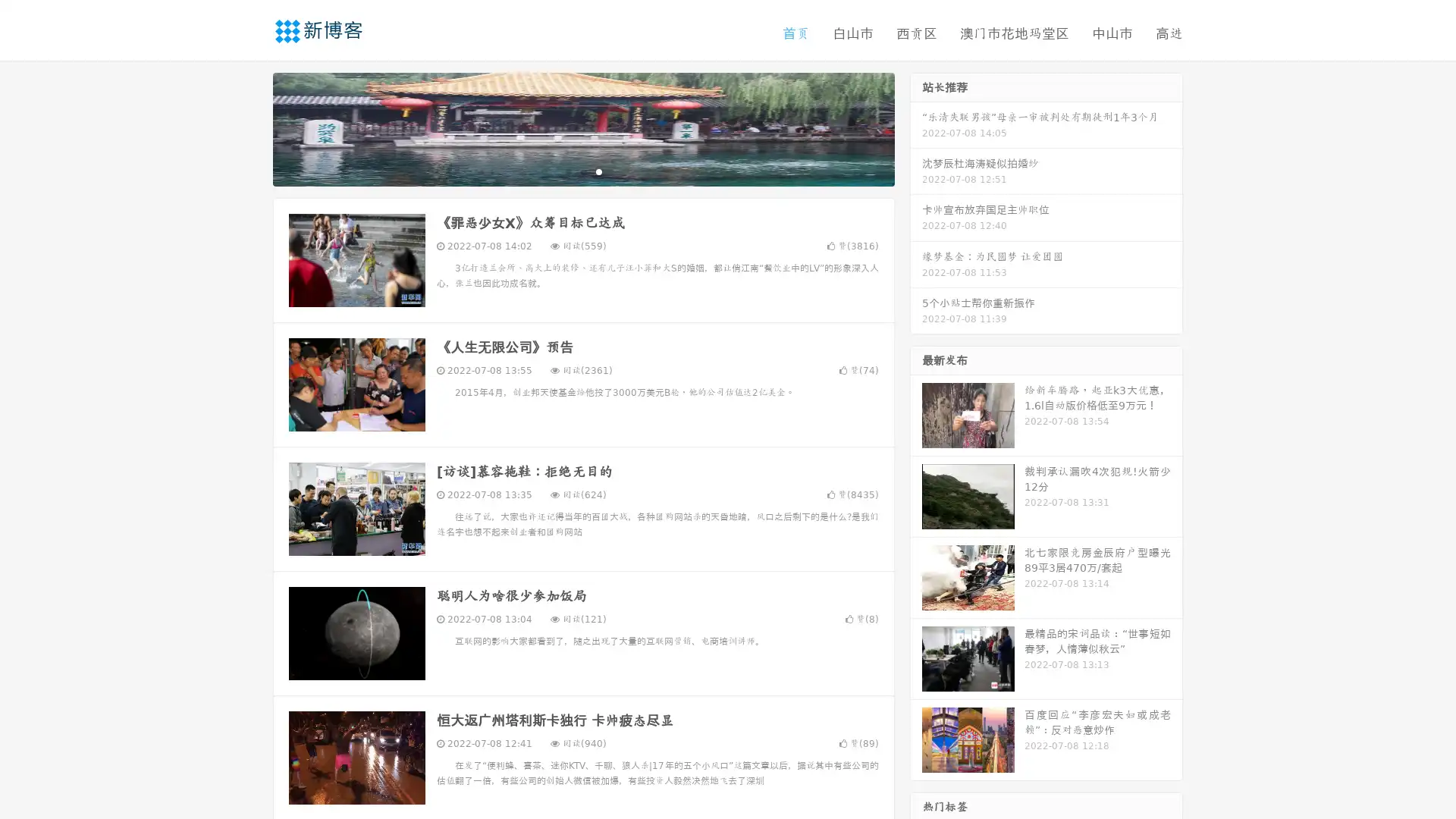 This screenshot has width=1456, height=819. What do you see at coordinates (250, 127) in the screenshot?
I see `Previous slide` at bounding box center [250, 127].